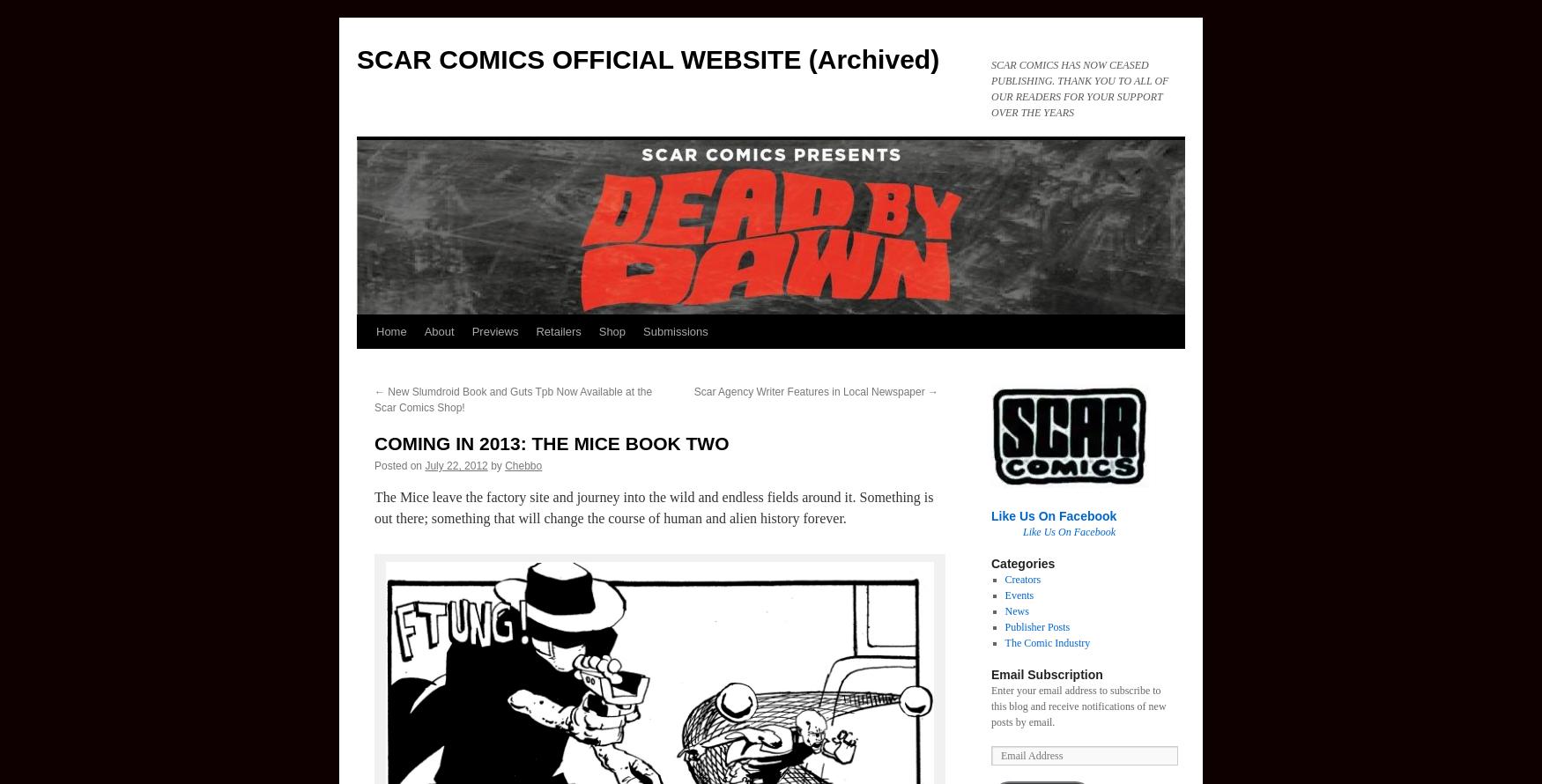 This screenshot has width=1542, height=784. Describe the element at coordinates (1015, 610) in the screenshot. I see `'News'` at that location.